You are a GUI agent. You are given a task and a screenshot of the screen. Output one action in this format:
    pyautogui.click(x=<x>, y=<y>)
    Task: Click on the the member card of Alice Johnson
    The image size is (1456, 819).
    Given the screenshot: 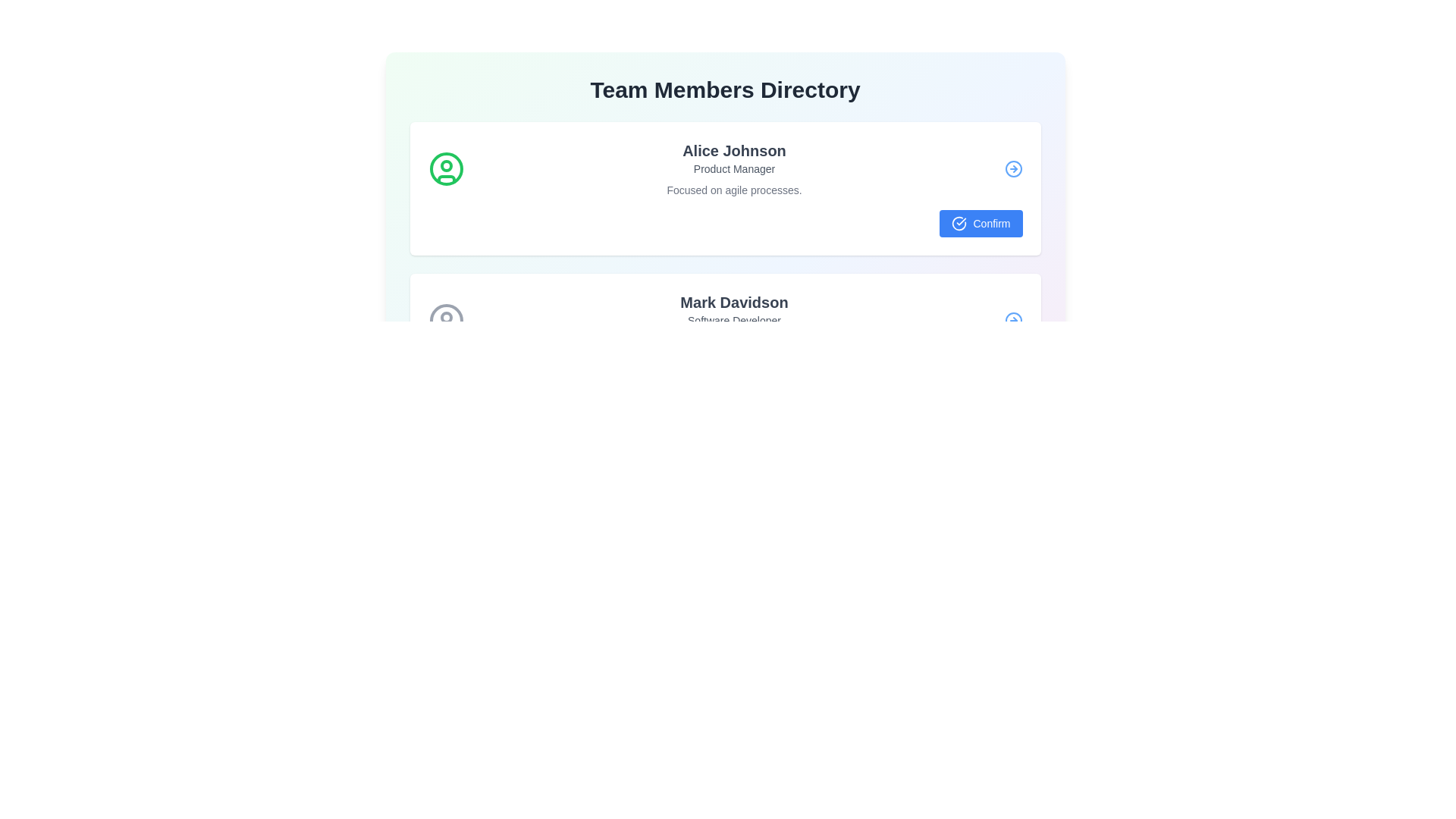 What is the action you would take?
    pyautogui.click(x=724, y=188)
    